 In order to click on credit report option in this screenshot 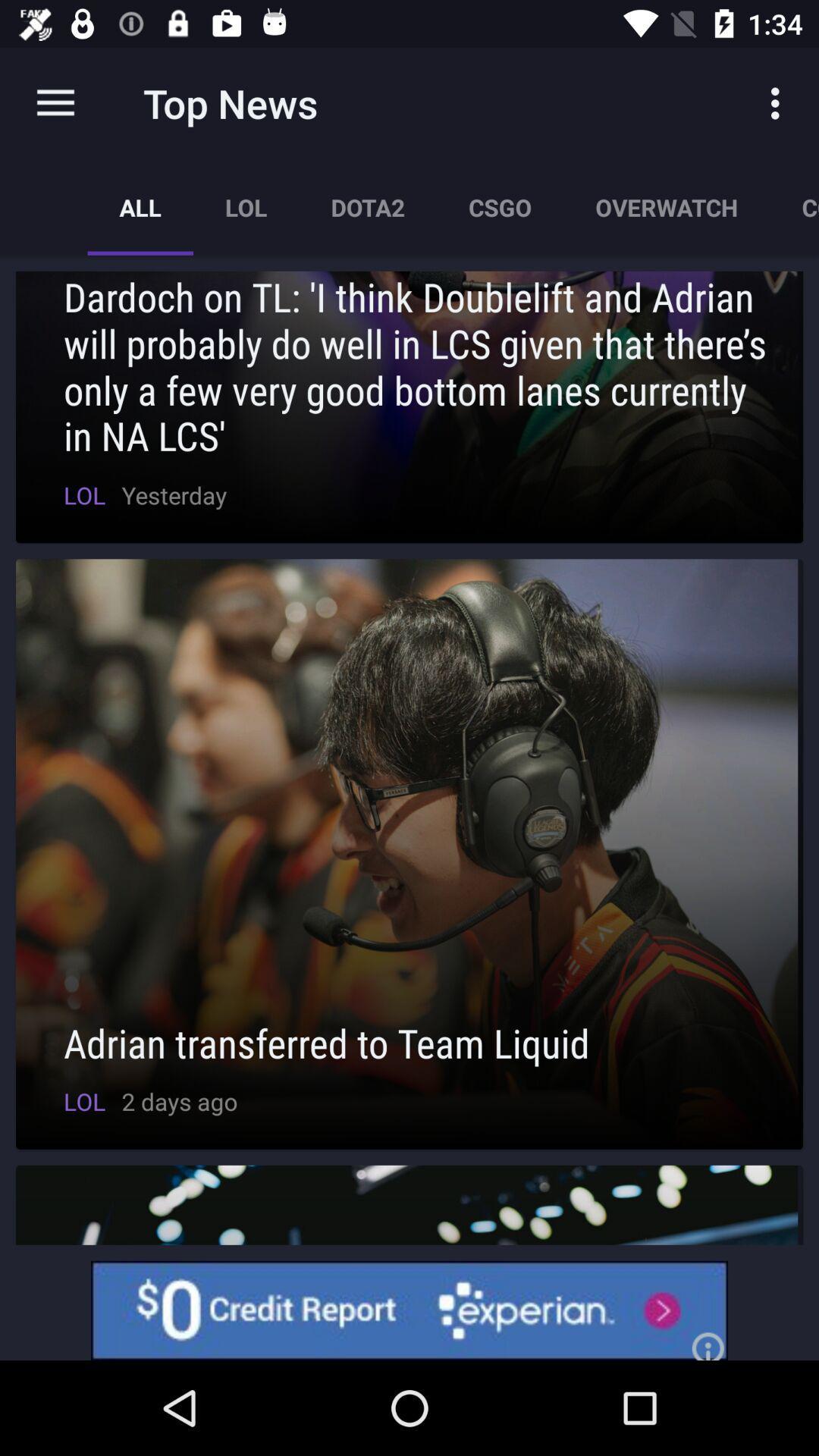, I will do `click(409, 1310)`.